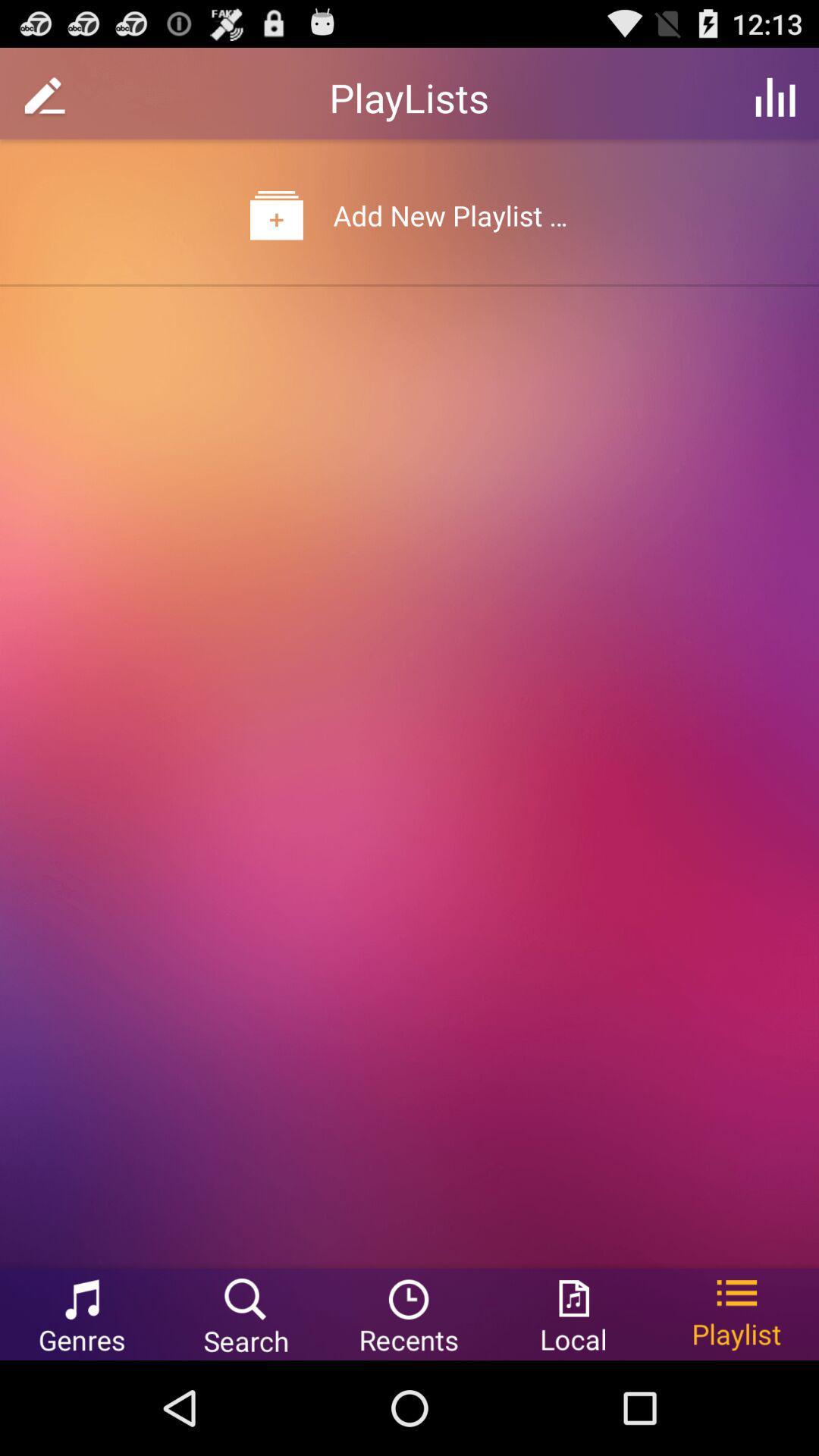 Image resolution: width=819 pixels, height=1456 pixels. What do you see at coordinates (775, 96) in the screenshot?
I see `app to the right of playlists` at bounding box center [775, 96].